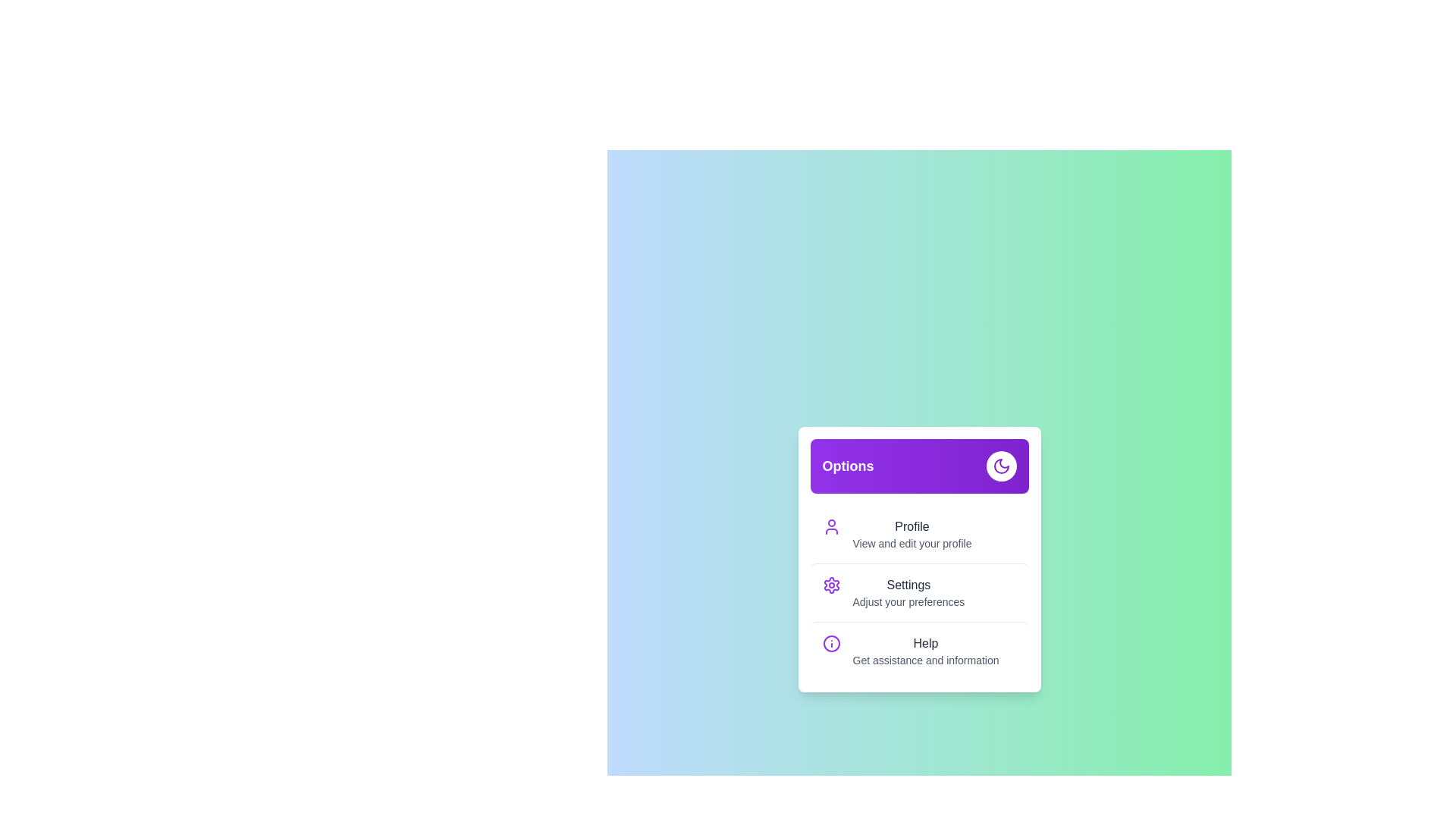 The height and width of the screenshot is (819, 1456). What do you see at coordinates (918, 591) in the screenshot?
I see `the menu item Settings by clicking on it` at bounding box center [918, 591].